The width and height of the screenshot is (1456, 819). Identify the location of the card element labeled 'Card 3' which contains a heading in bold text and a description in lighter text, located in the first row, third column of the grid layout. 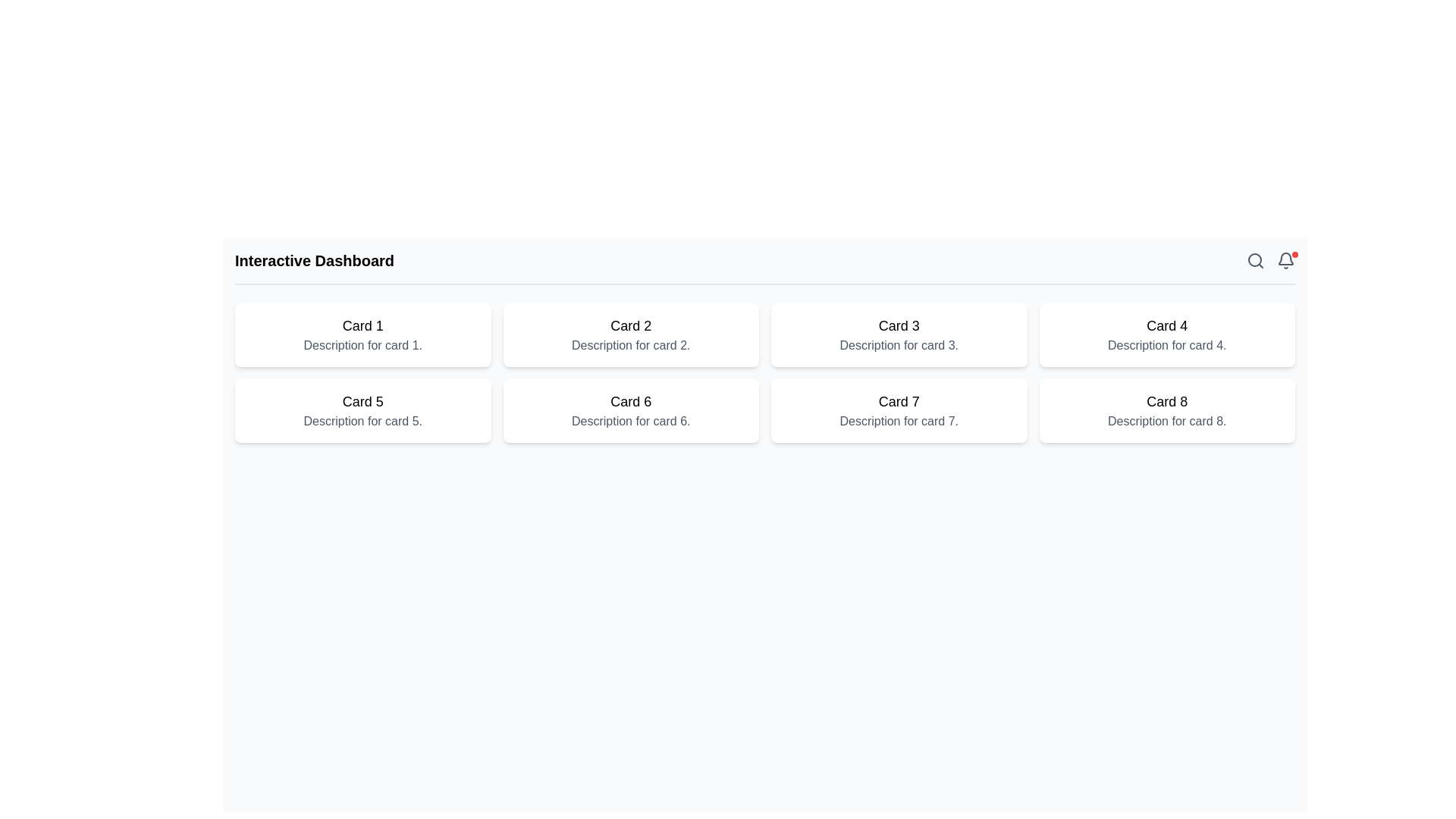
(899, 334).